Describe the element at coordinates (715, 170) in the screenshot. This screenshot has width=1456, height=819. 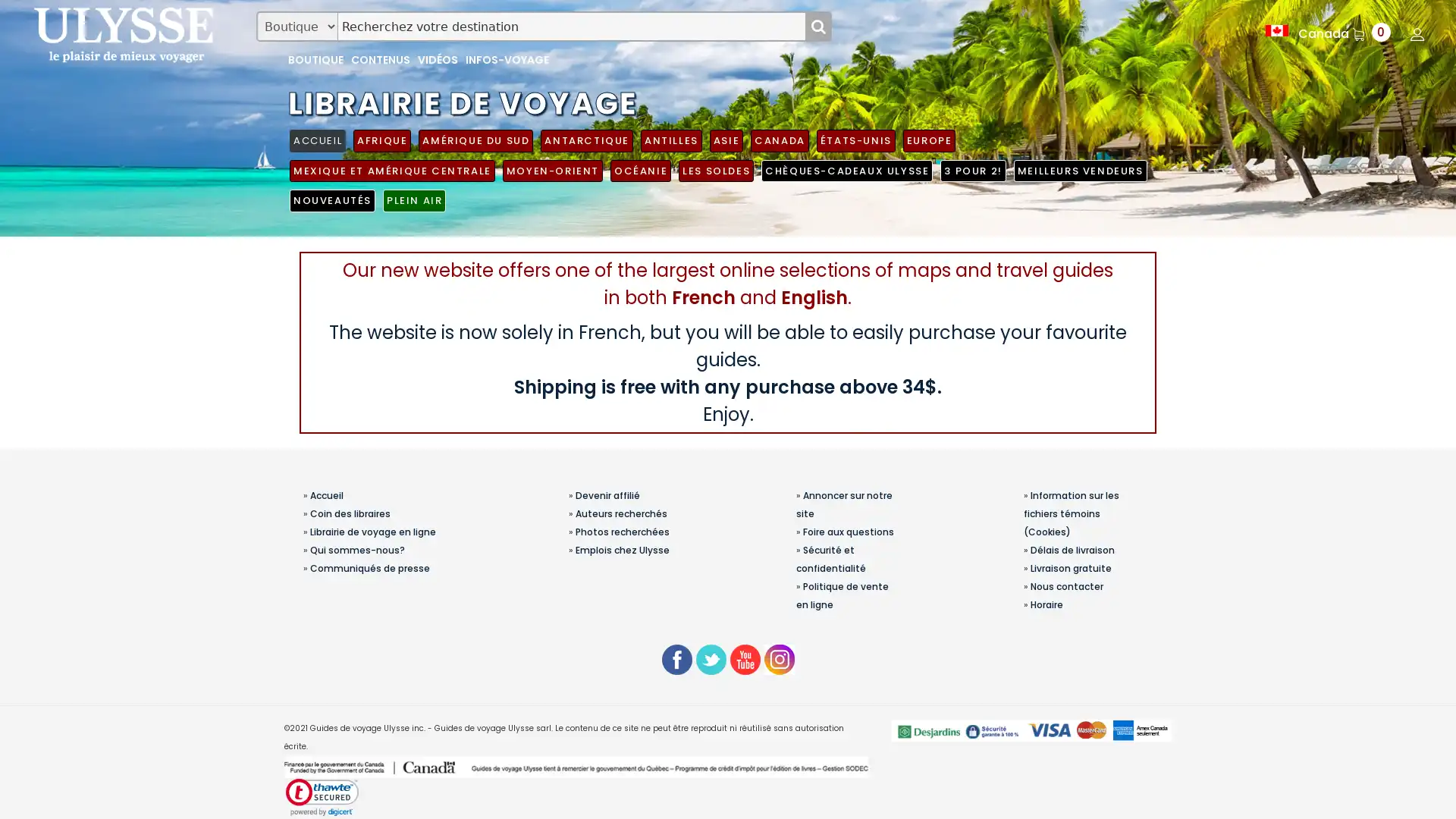
I see `LES SOLDES` at that location.